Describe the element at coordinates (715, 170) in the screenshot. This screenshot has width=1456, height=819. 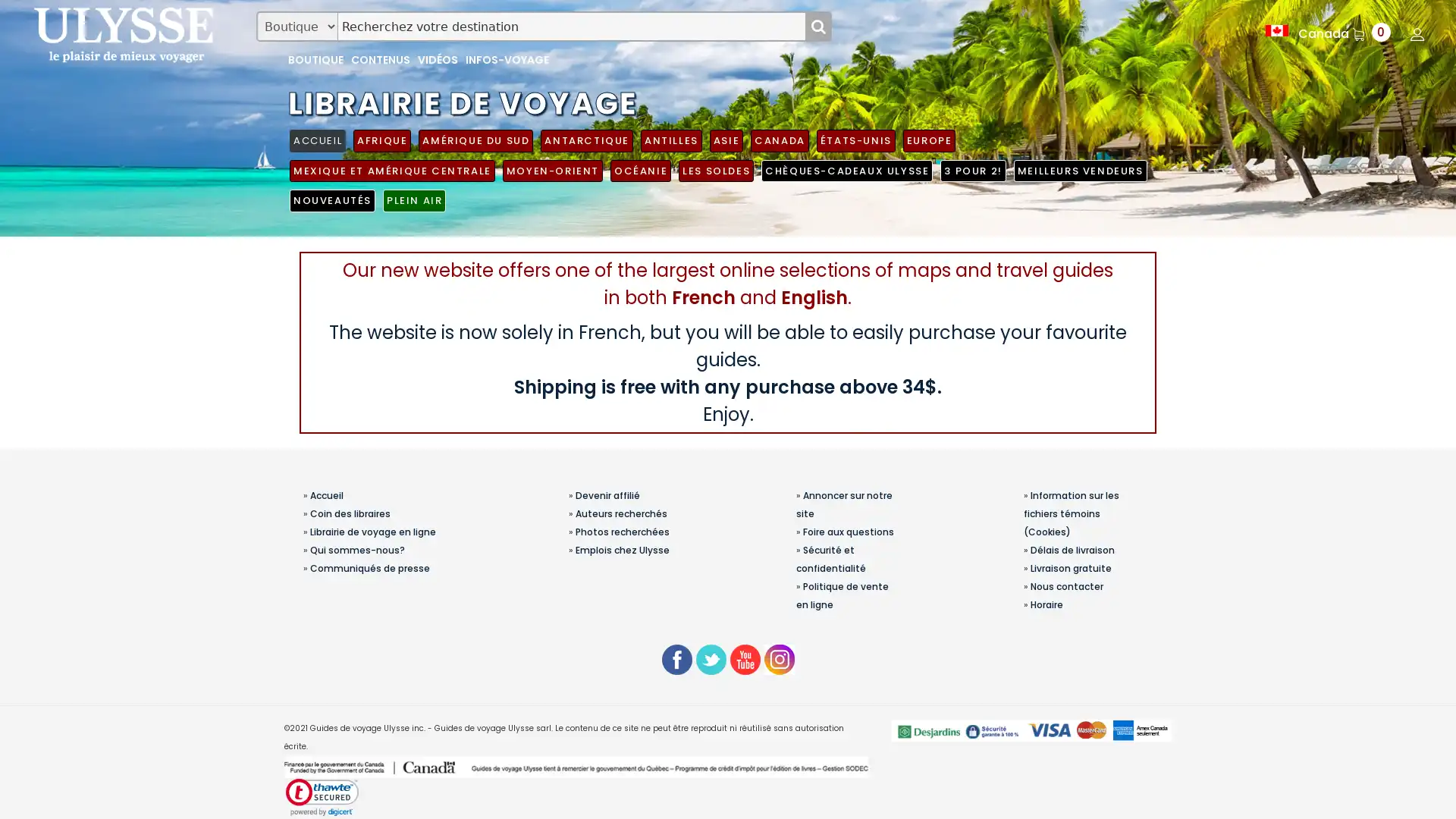
I see `LES SOLDES` at that location.